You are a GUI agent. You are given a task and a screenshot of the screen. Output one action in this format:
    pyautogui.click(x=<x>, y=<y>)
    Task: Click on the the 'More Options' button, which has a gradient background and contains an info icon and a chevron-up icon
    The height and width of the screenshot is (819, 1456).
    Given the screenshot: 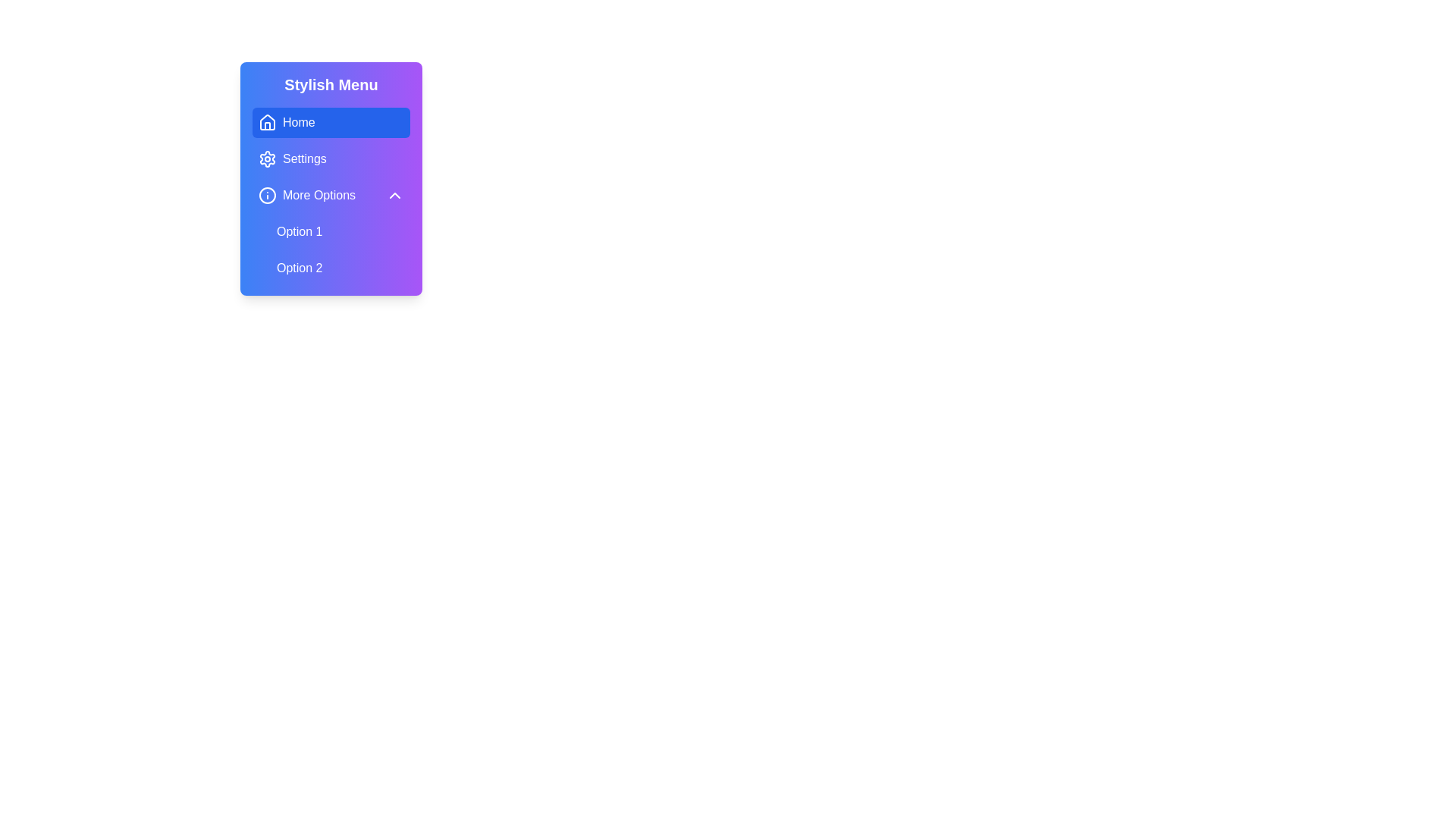 What is the action you would take?
    pyautogui.click(x=330, y=195)
    